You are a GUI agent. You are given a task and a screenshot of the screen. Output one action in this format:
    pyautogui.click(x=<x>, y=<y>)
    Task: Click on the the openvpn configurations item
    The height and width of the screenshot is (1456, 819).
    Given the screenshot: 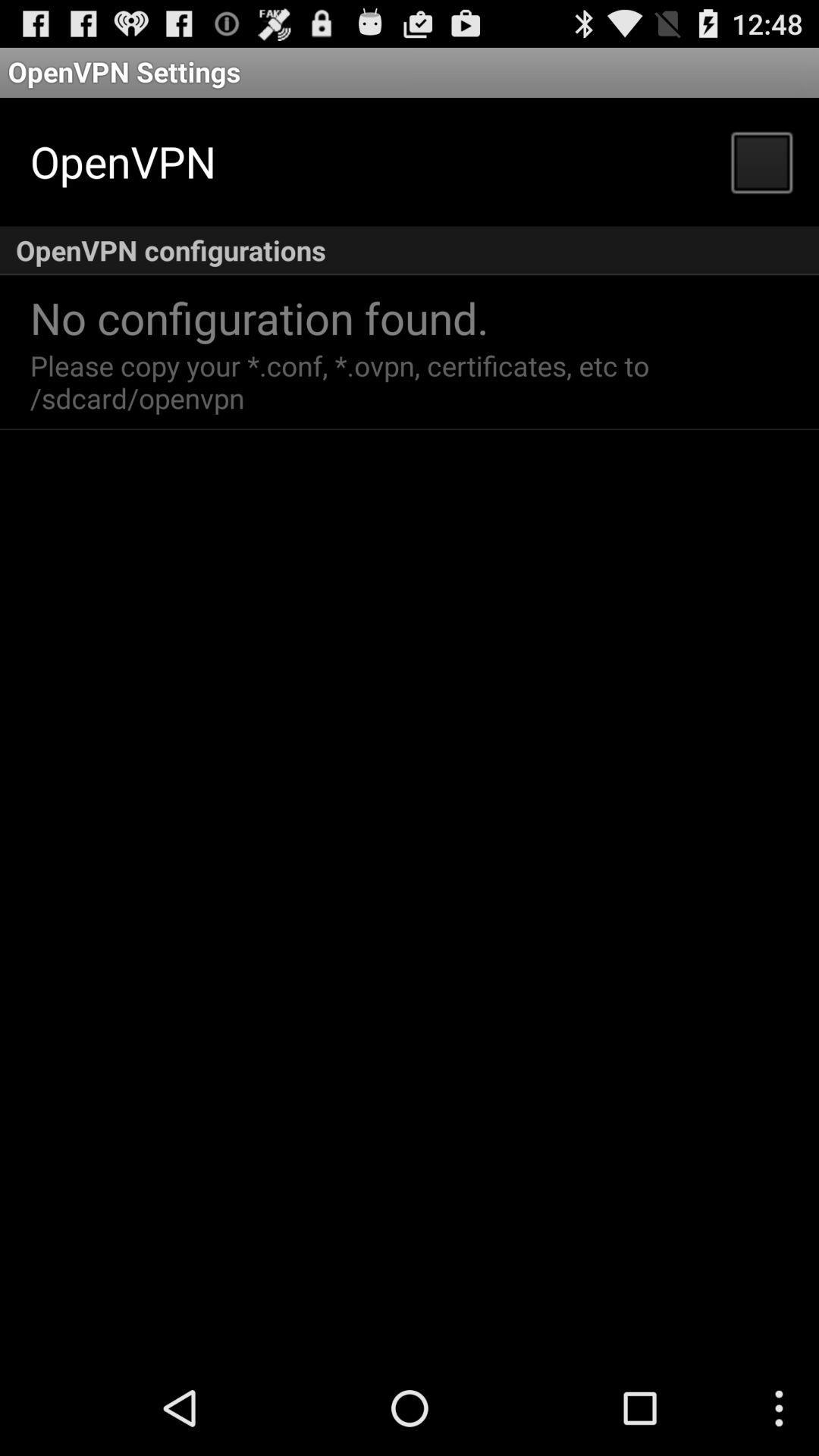 What is the action you would take?
    pyautogui.click(x=409, y=250)
    